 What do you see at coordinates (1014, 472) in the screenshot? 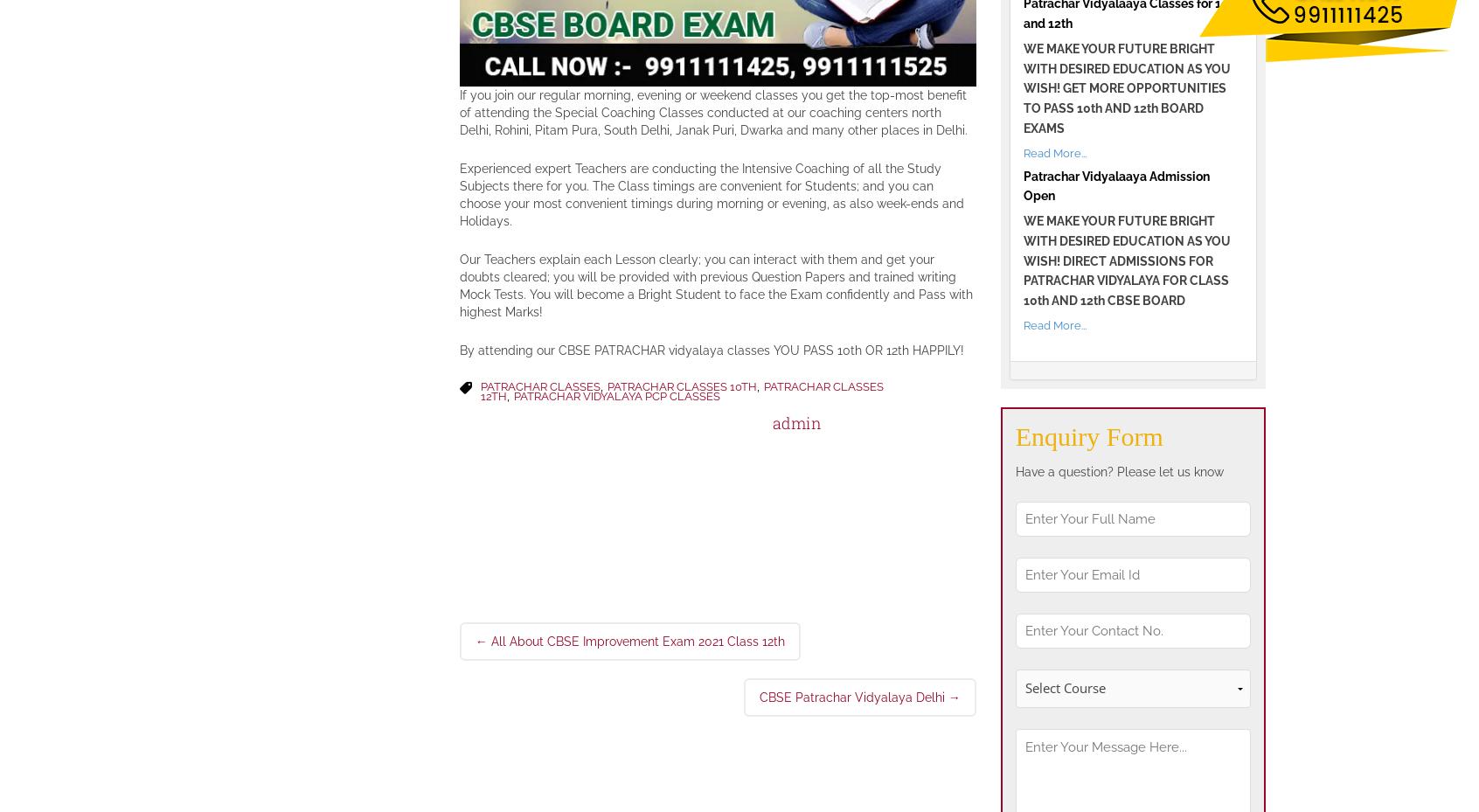
I see `'Have a question? Please let us know'` at bounding box center [1014, 472].